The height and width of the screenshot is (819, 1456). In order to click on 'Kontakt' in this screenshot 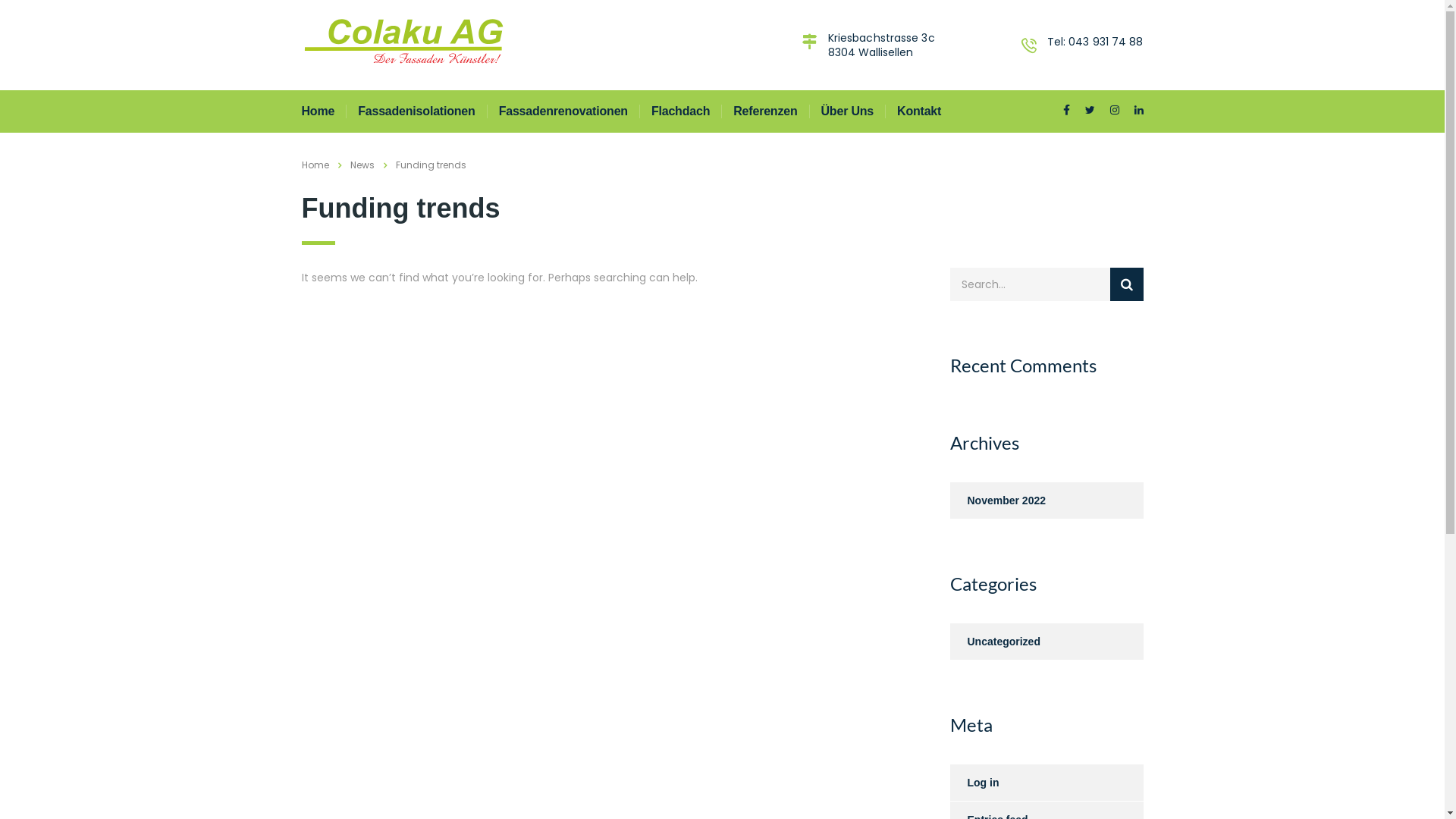, I will do `click(884, 110)`.